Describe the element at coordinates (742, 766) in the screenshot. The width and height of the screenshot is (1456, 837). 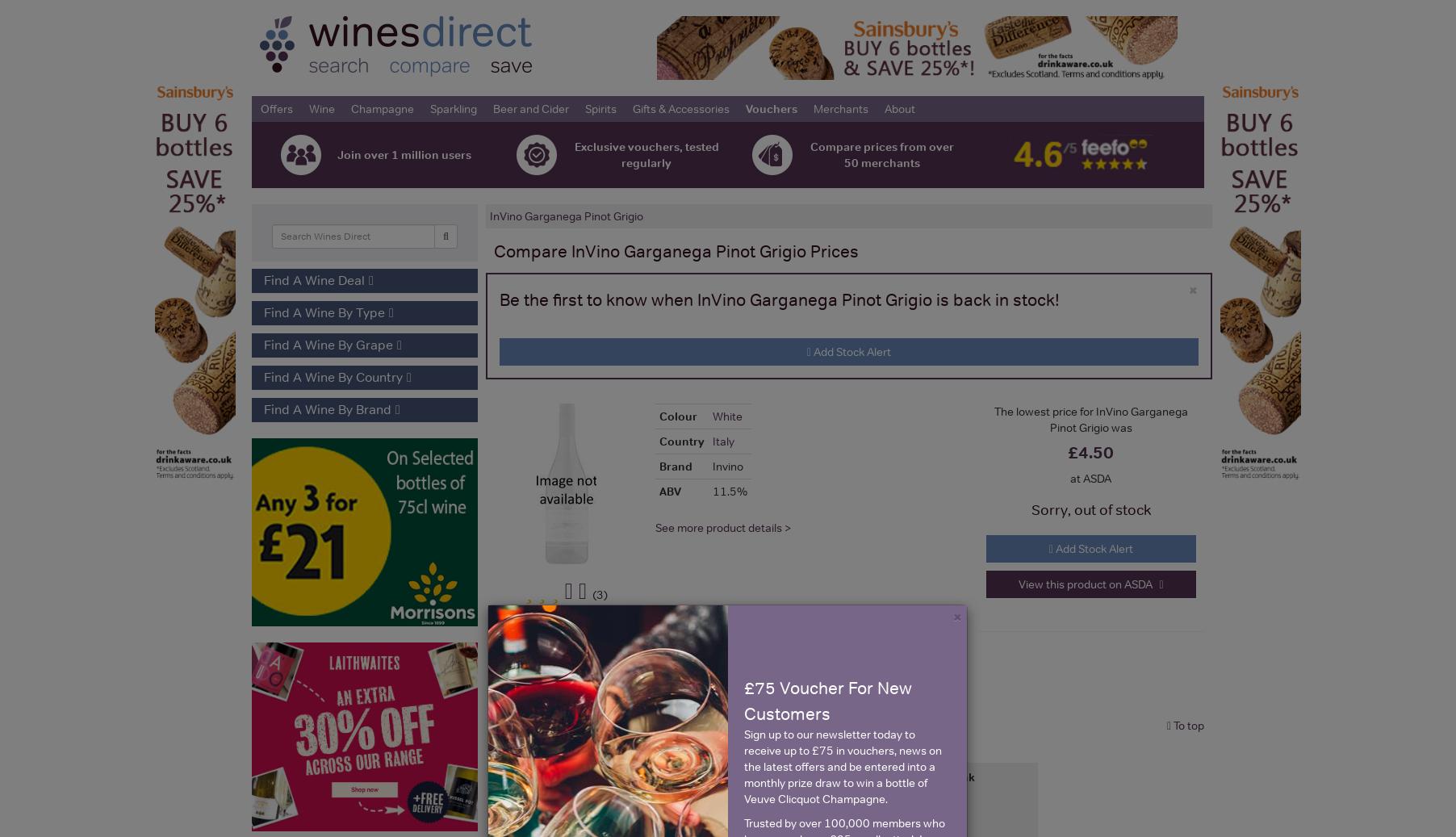
I see `'Sign up to our newsletter today to receive up to £75 in vouchers, news on the latest offers and be entered into a monthly prize draw to win a bottle of Veuve Clicquot Champagne.'` at that location.